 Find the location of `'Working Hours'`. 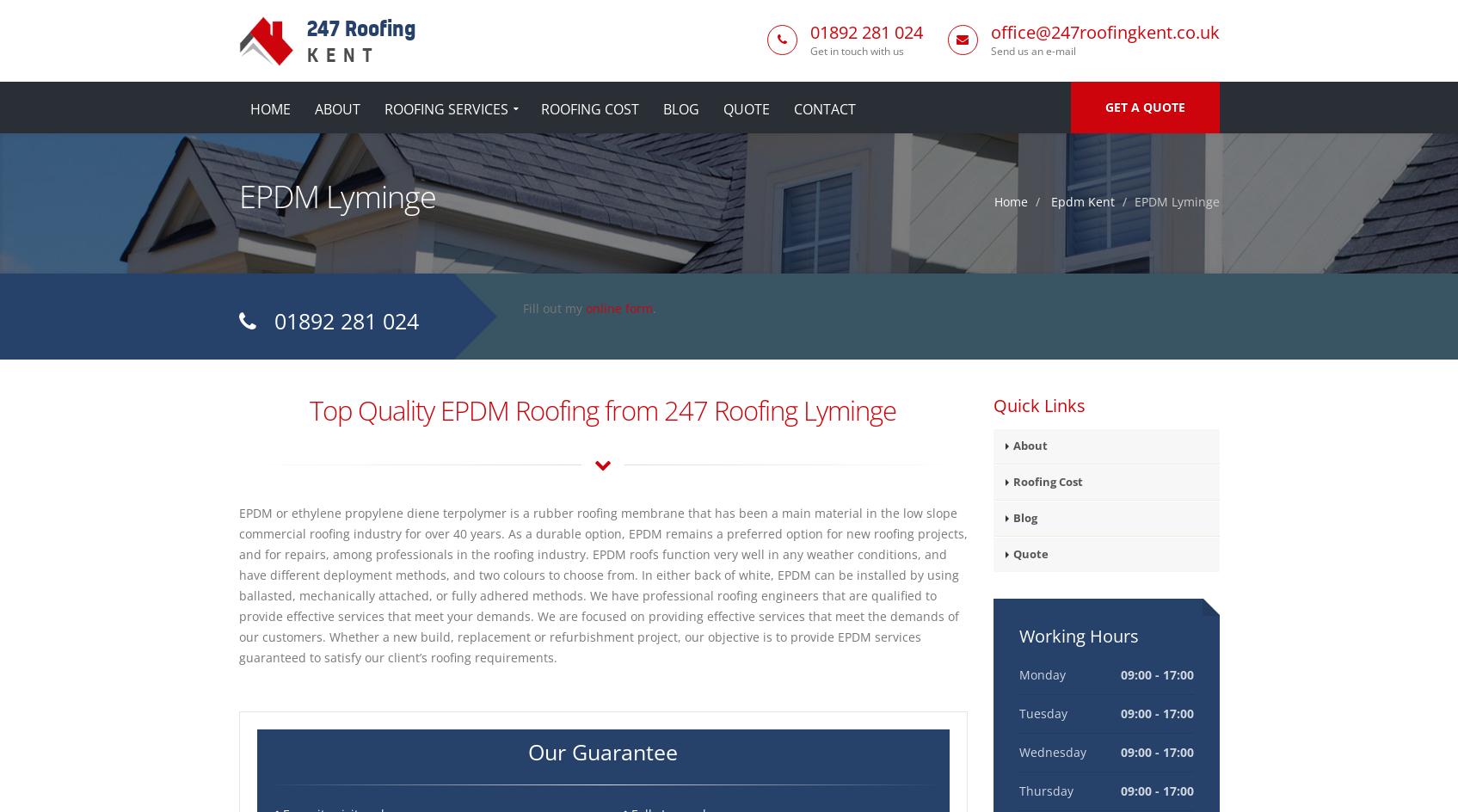

'Working Hours' is located at coordinates (1078, 636).